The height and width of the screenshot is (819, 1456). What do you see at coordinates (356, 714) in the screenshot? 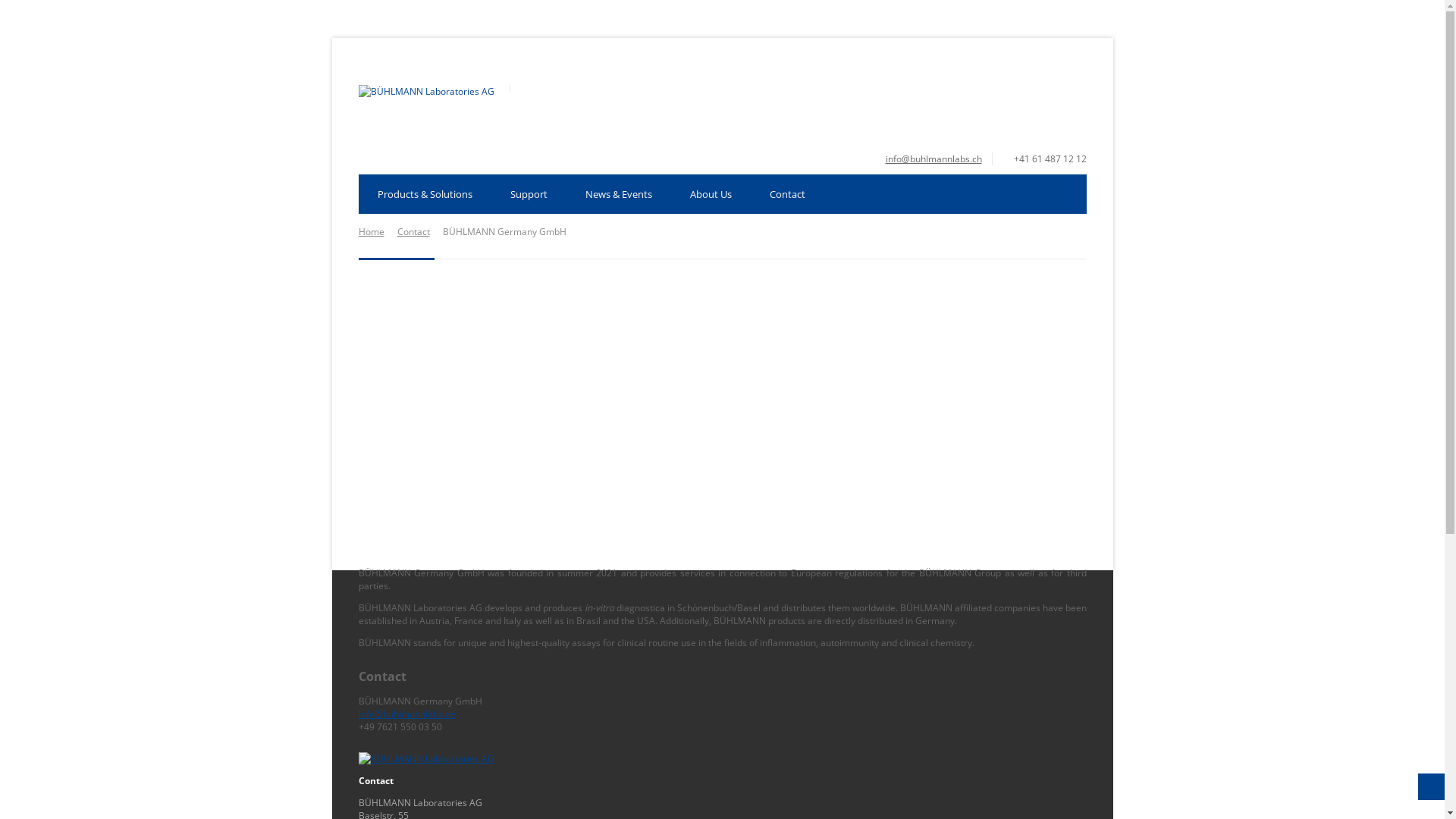
I see `'info@buhlmannlabs.de'` at bounding box center [356, 714].